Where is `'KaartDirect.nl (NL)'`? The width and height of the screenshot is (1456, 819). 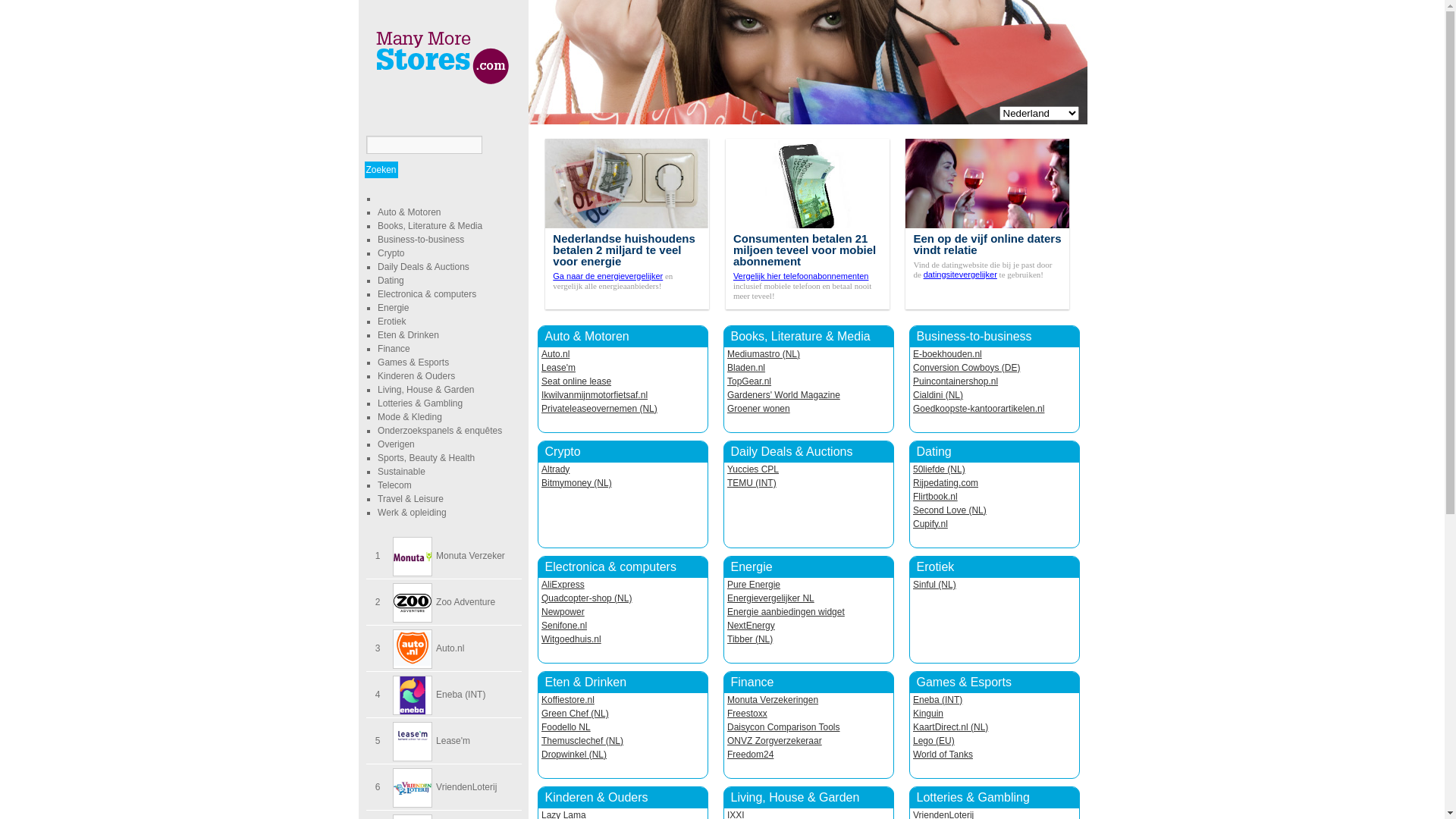 'KaartDirect.nl (NL)' is located at coordinates (949, 726).